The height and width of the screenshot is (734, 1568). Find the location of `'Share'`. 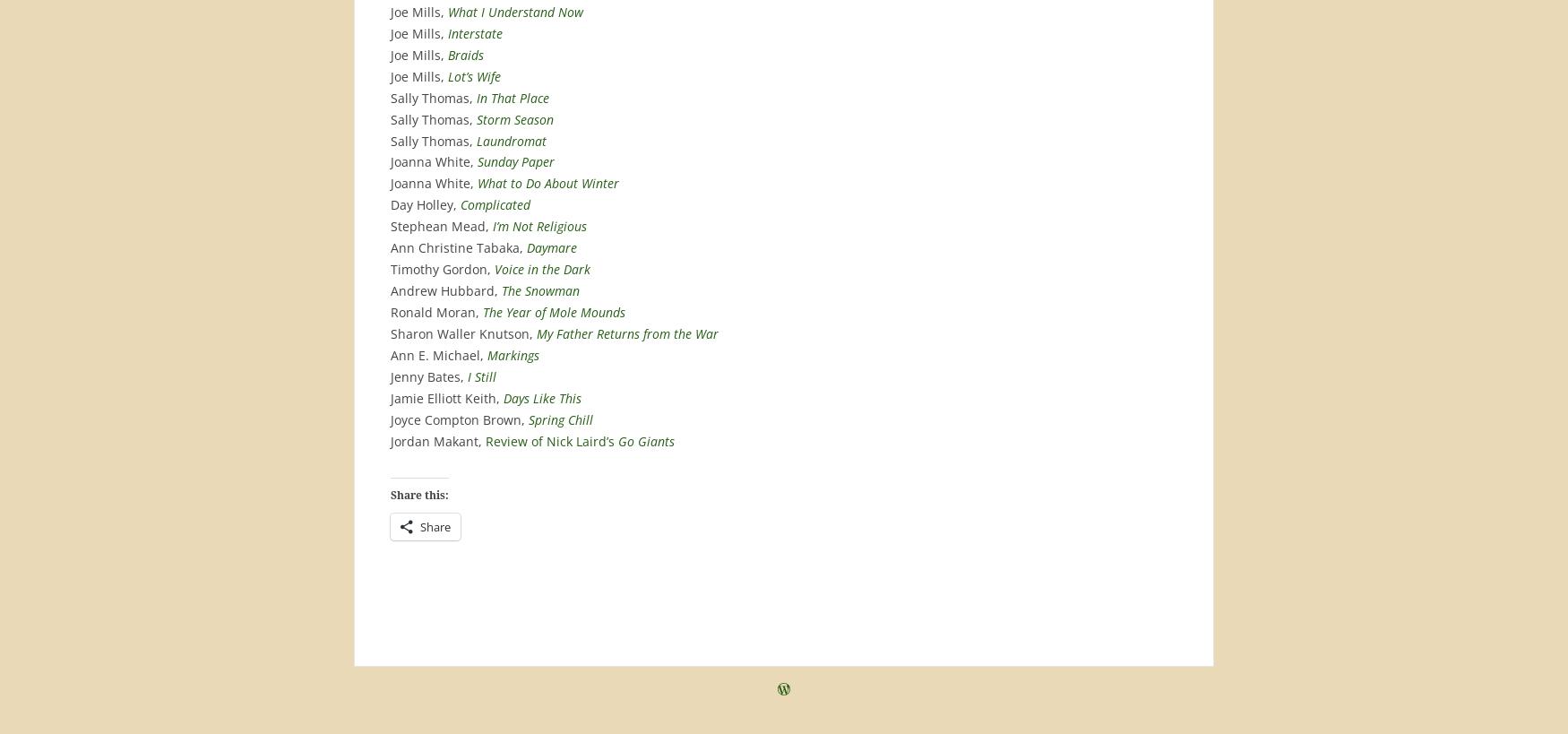

'Share' is located at coordinates (435, 524).